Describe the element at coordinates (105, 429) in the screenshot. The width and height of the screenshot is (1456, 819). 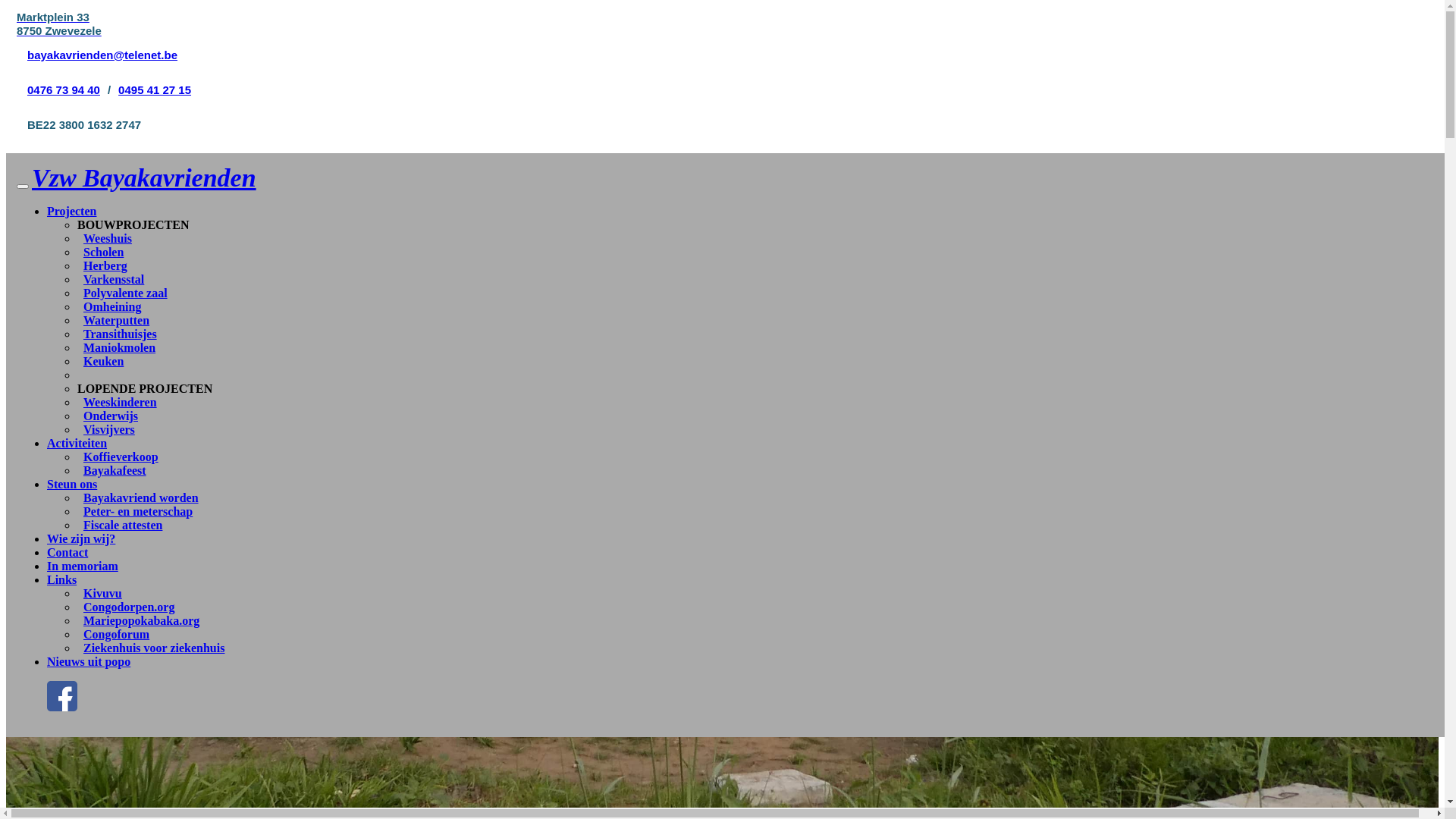
I see `'Visvijvers'` at that location.